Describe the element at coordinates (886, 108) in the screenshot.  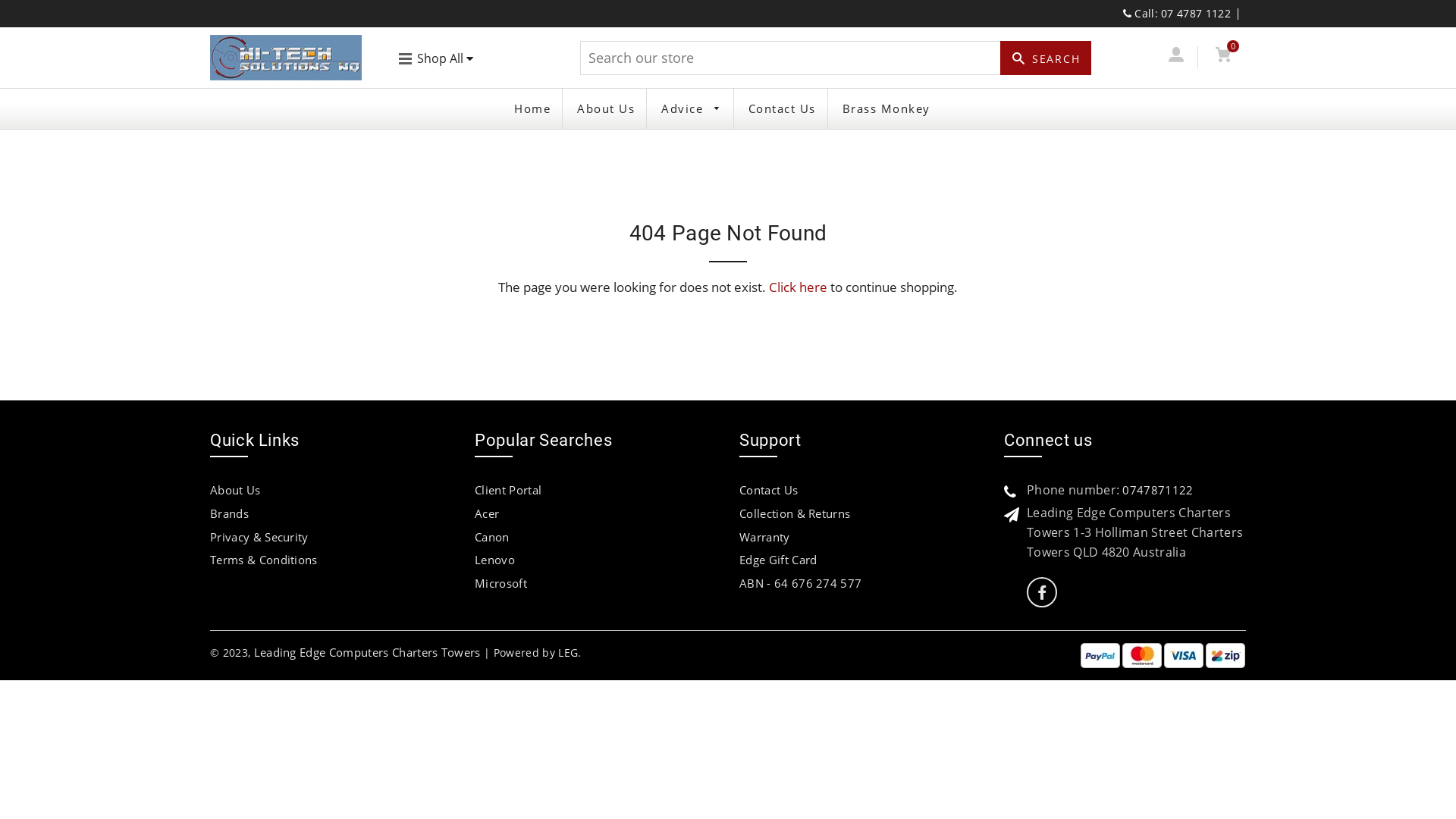
I see `'Brass Monkey'` at that location.